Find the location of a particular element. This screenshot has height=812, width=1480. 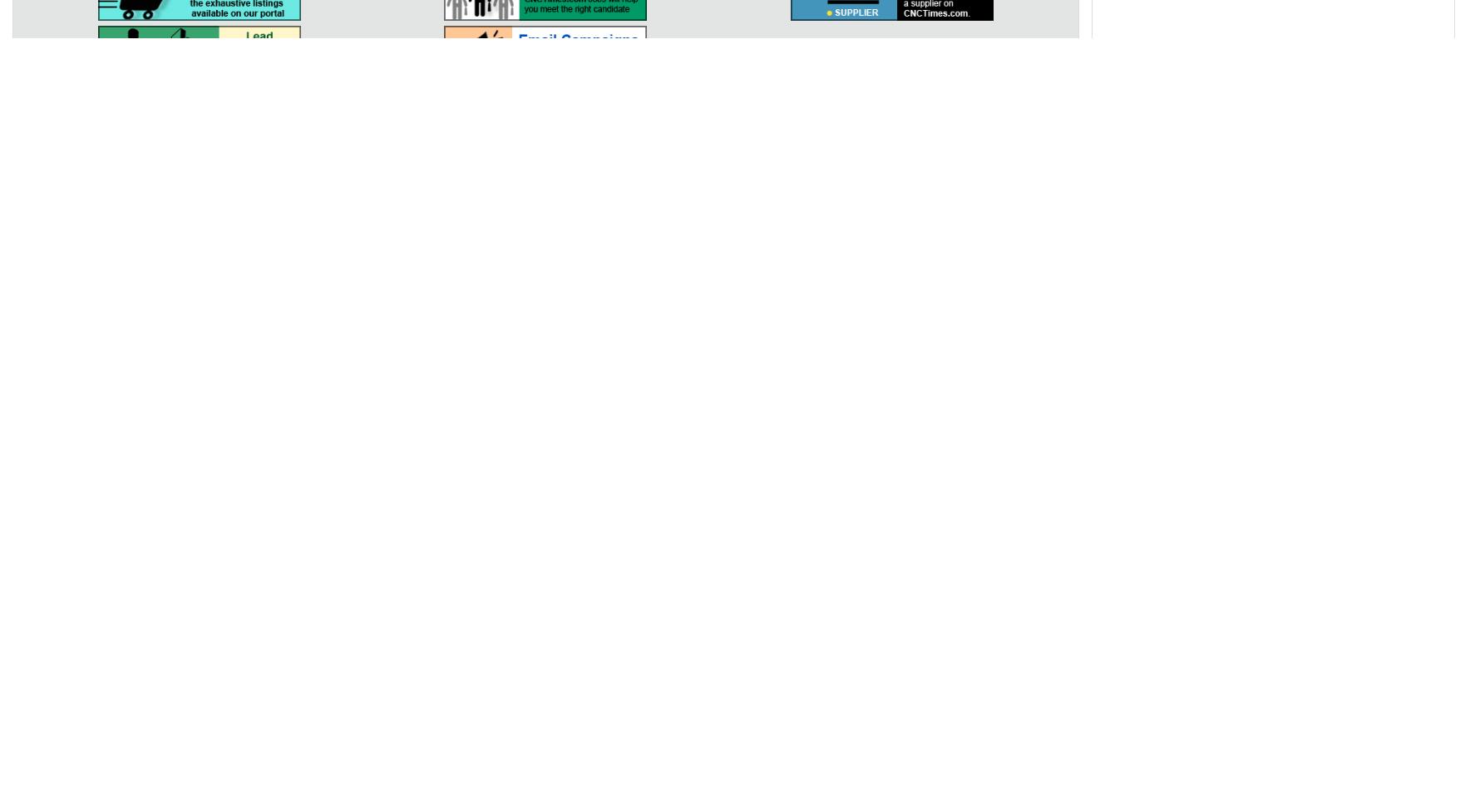

'Heavy Engineering' is located at coordinates (1049, 445).